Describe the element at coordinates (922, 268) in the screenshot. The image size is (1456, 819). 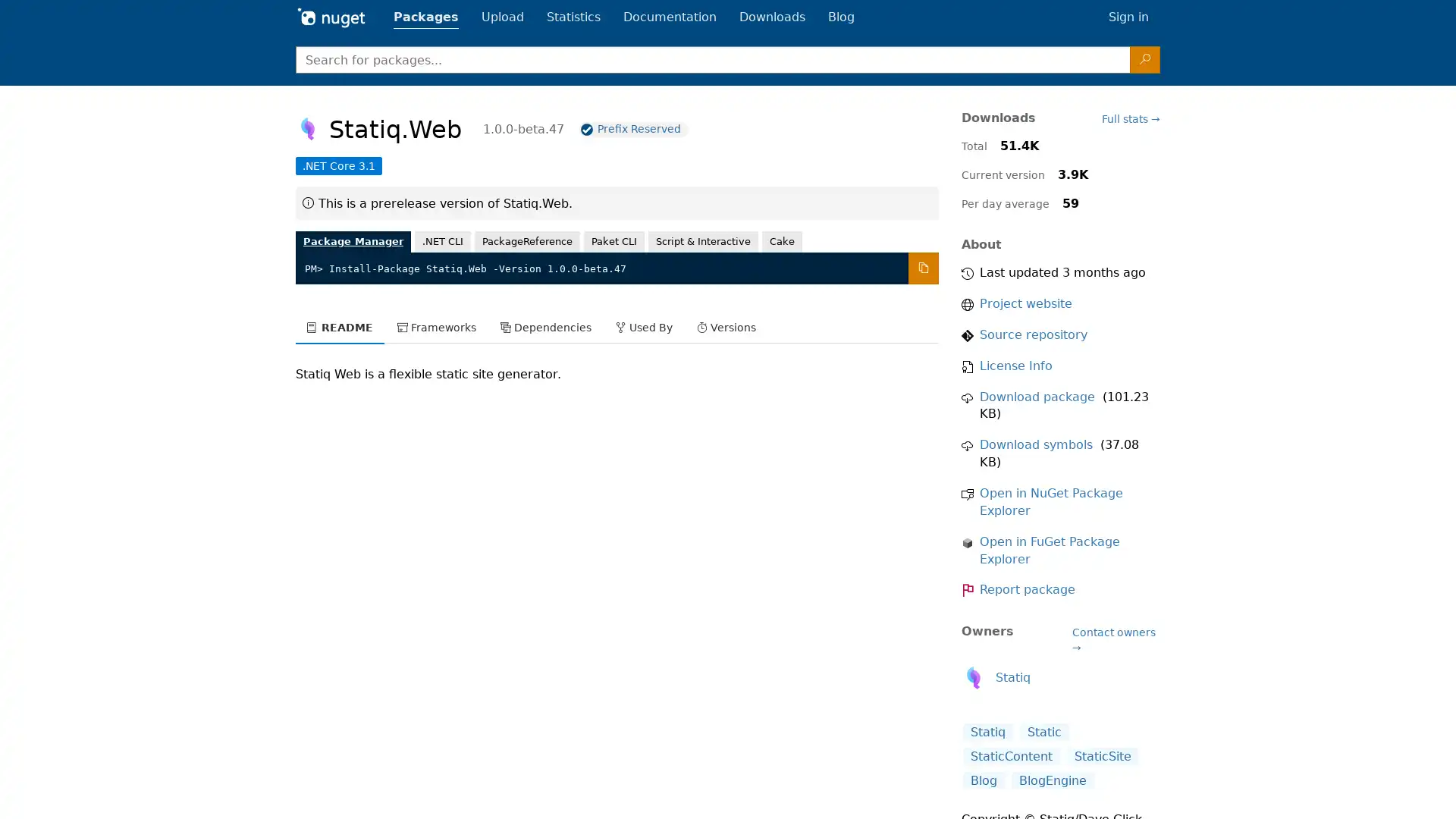
I see `Copy the Package Manager command` at that location.